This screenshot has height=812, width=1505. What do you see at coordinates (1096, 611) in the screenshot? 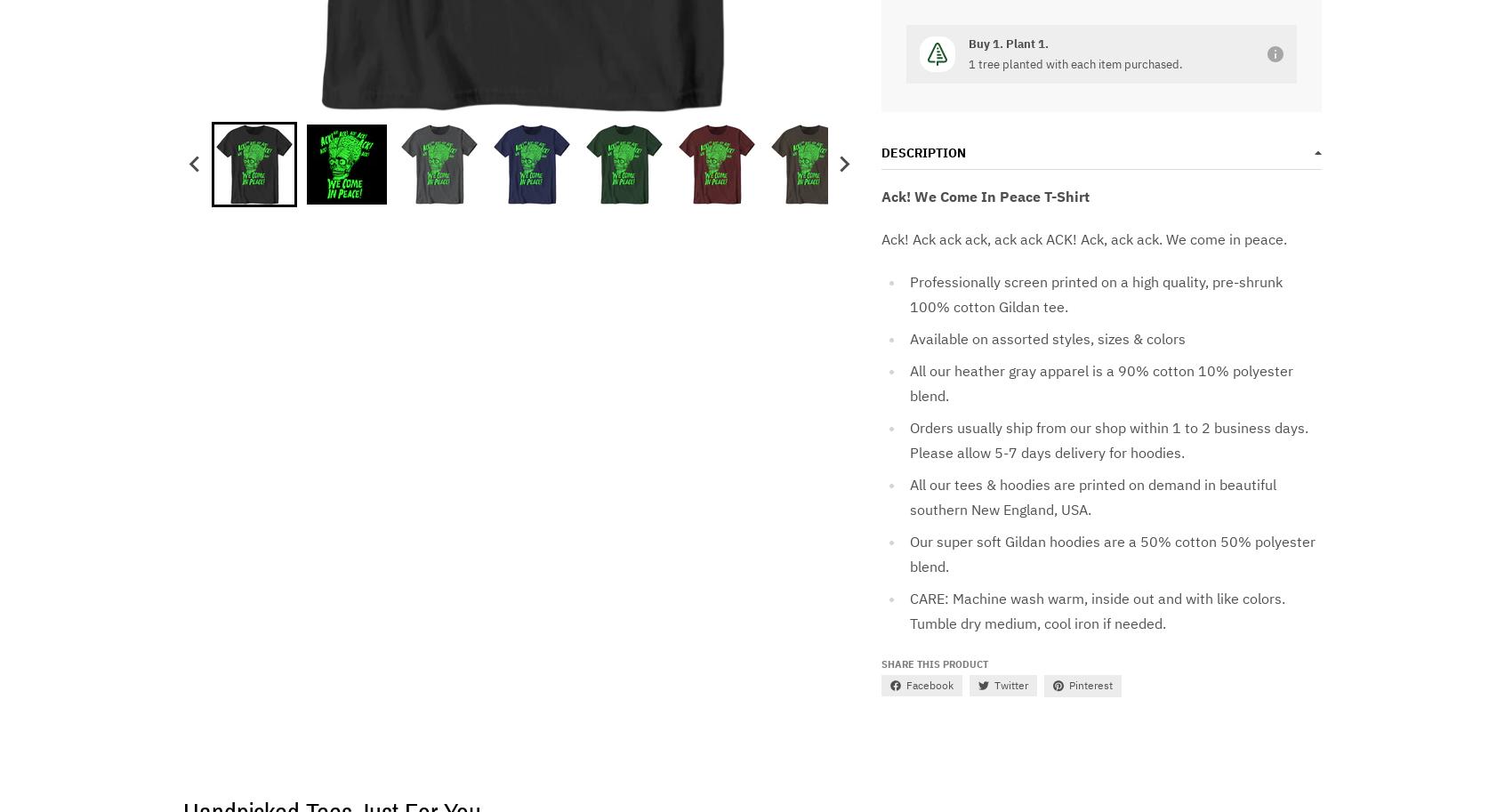
I see `'CARE: Machine wash warm, inside out and with like colors. Tumble dry medium, cool iron if needed.'` at bounding box center [1096, 611].